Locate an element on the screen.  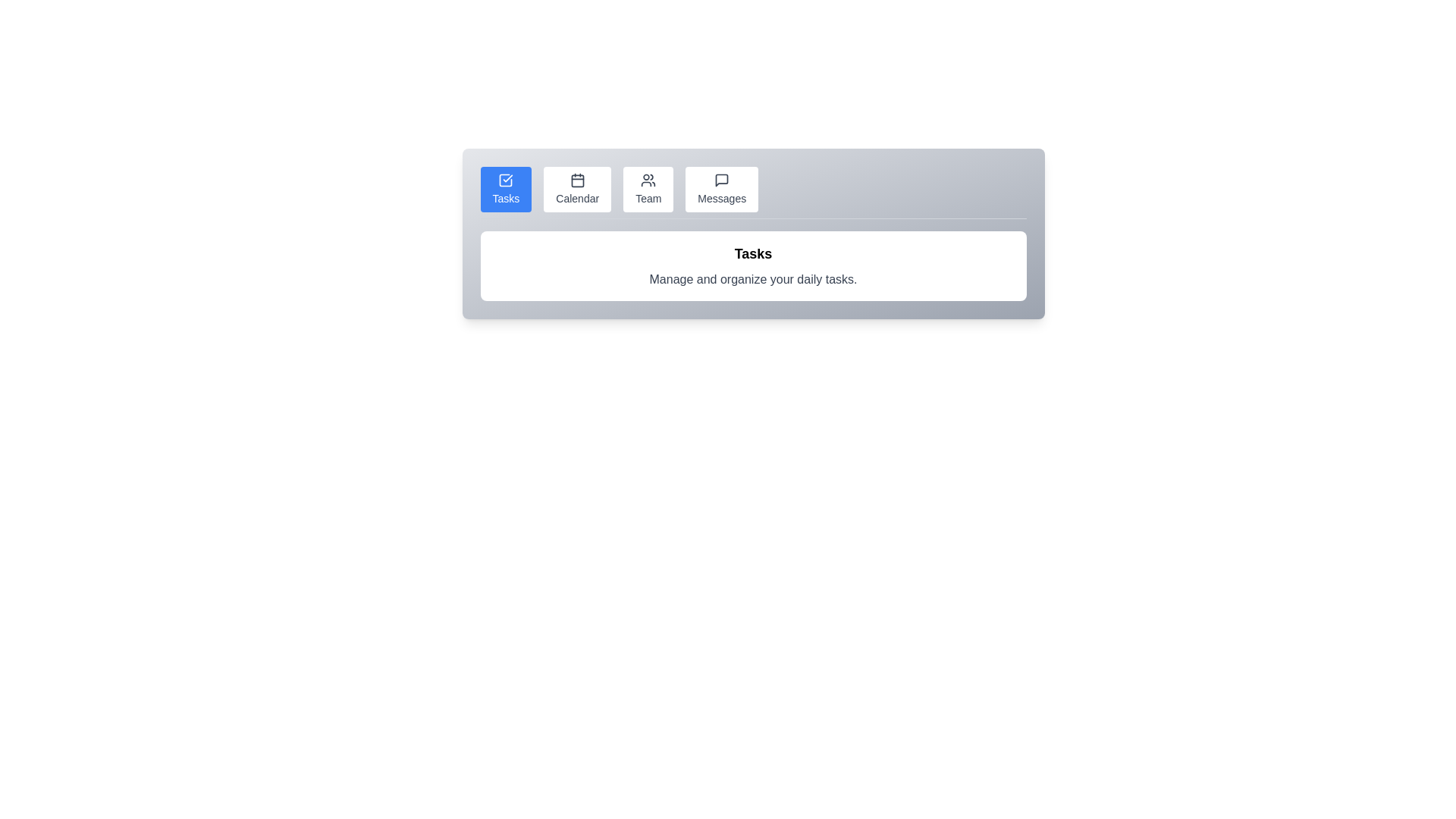
the Tasks tab by clicking its button is located at coordinates (506, 189).